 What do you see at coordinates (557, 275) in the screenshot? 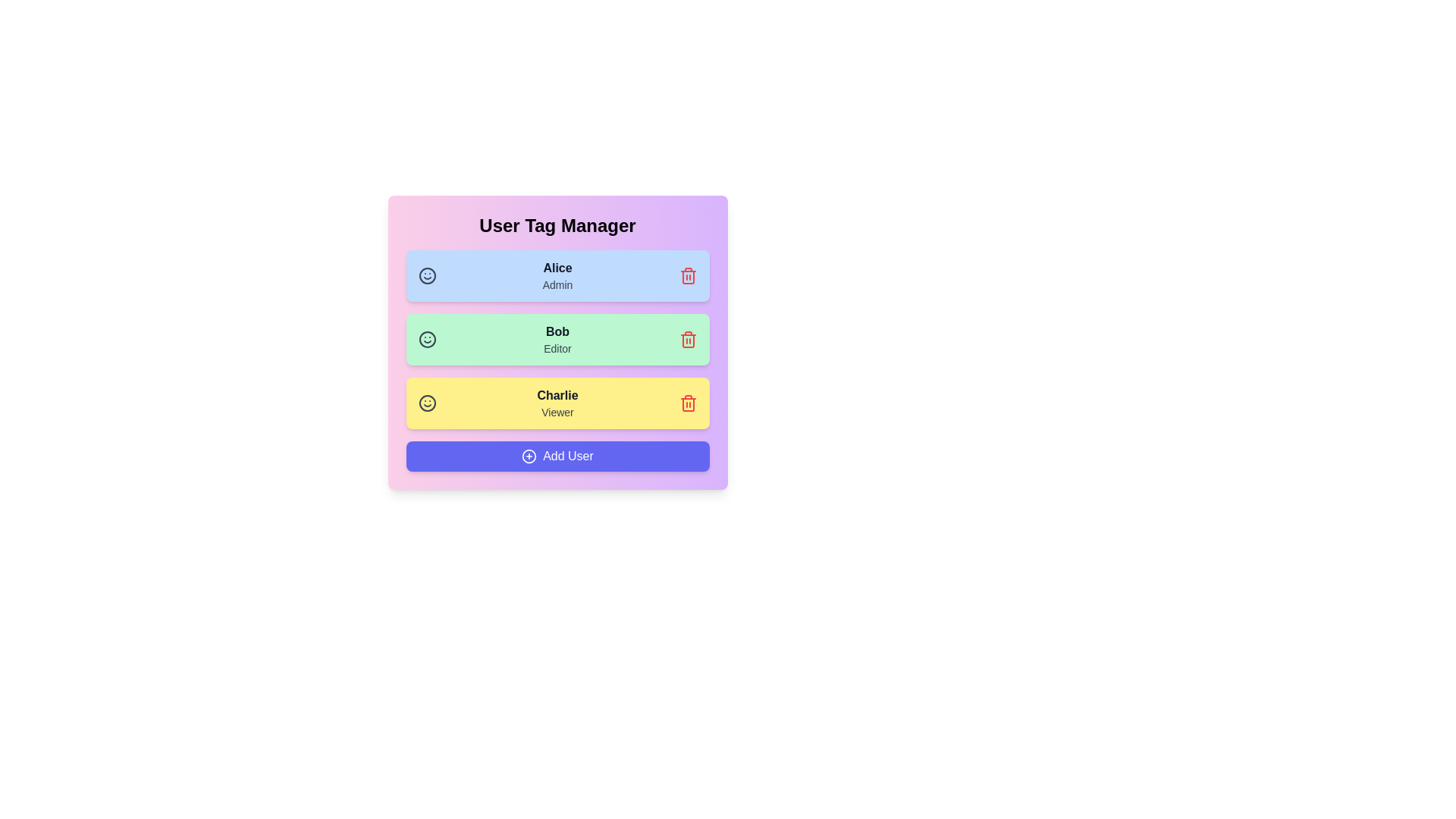
I see `the color-coded section for the role Admin` at bounding box center [557, 275].